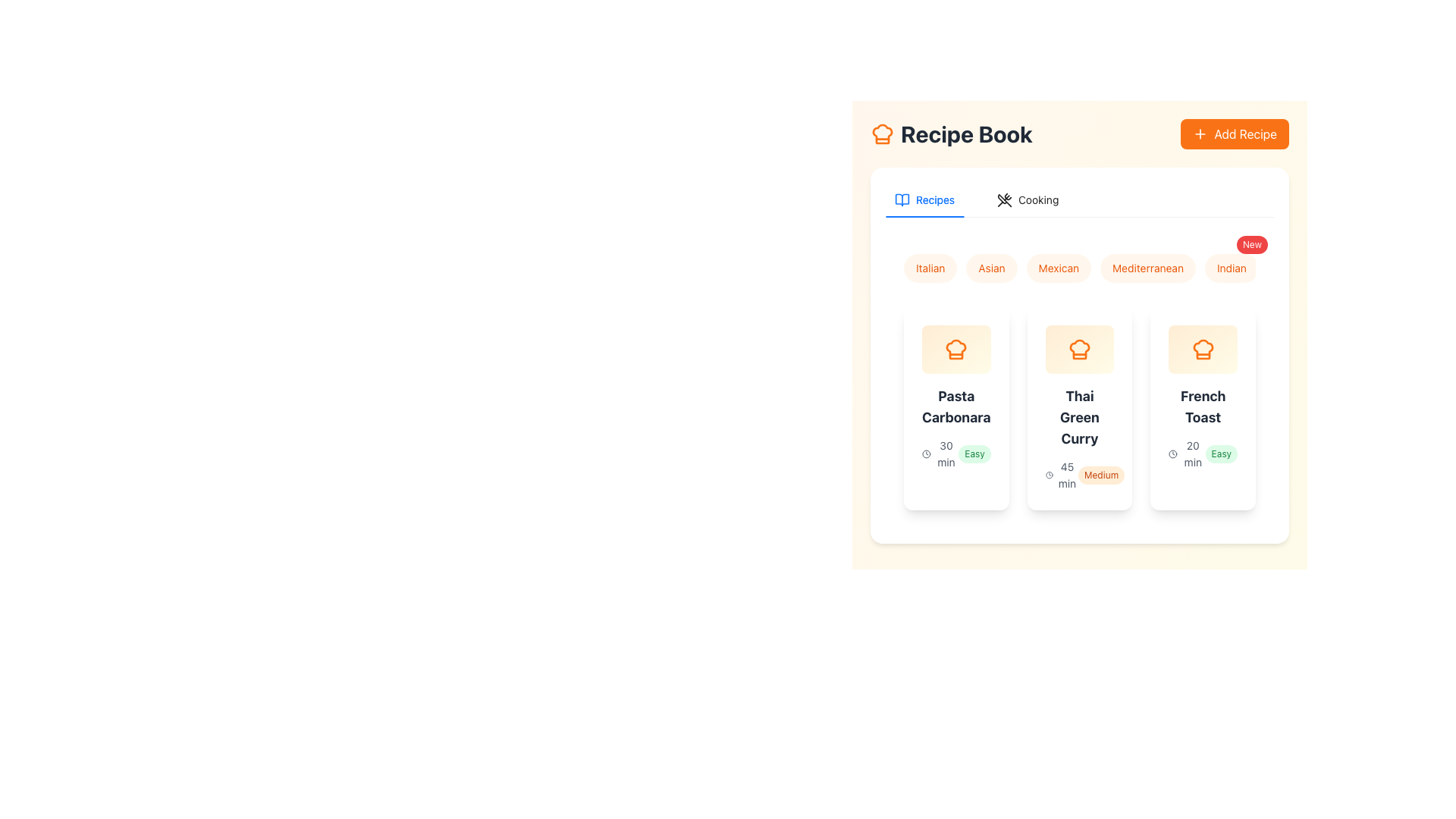 The height and width of the screenshot is (819, 1456). What do you see at coordinates (1202, 350) in the screenshot?
I see `the bold orange chef hat icon located at the center of the 'French Toast' card in the third column of the grid layout for interaction` at bounding box center [1202, 350].